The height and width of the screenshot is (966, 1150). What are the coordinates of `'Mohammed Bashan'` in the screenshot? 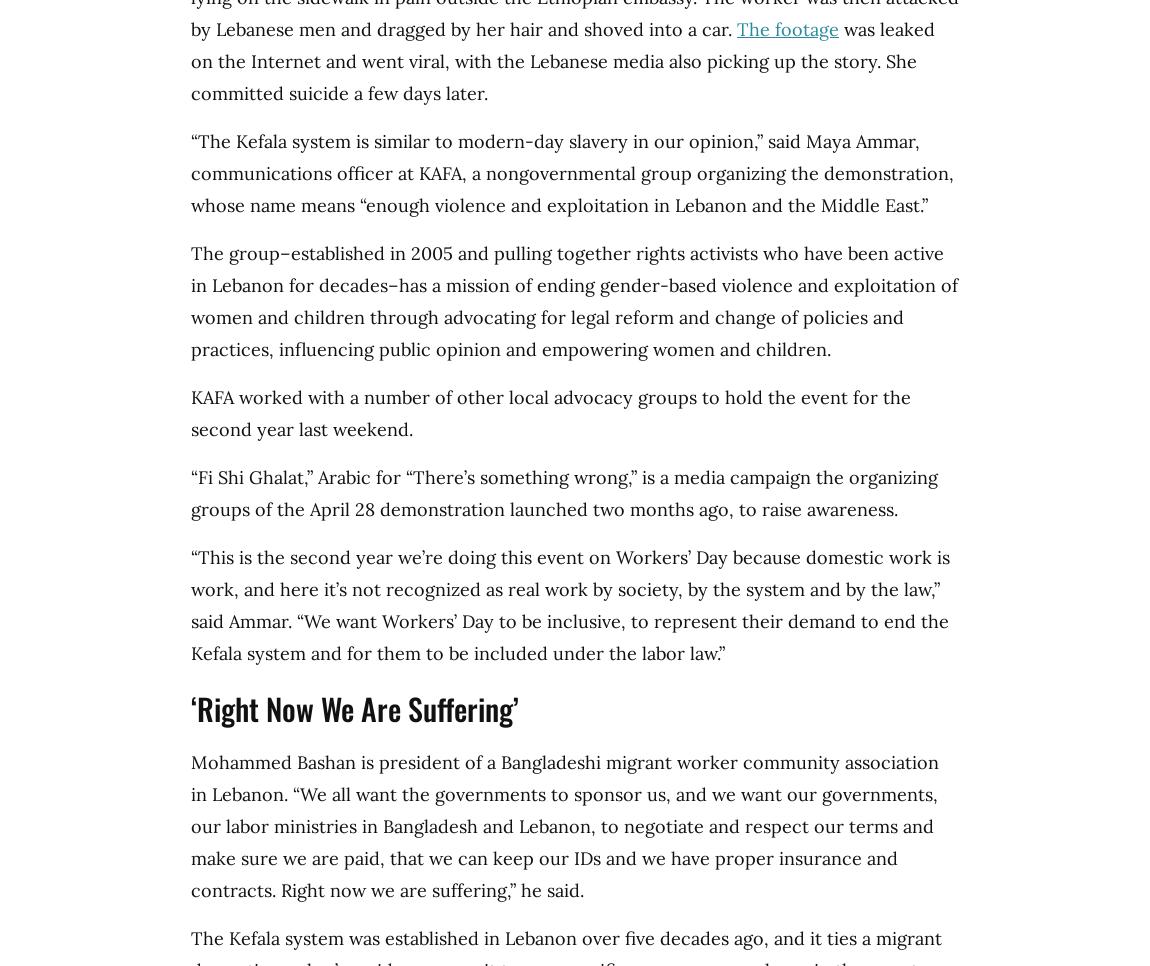 It's located at (272, 761).